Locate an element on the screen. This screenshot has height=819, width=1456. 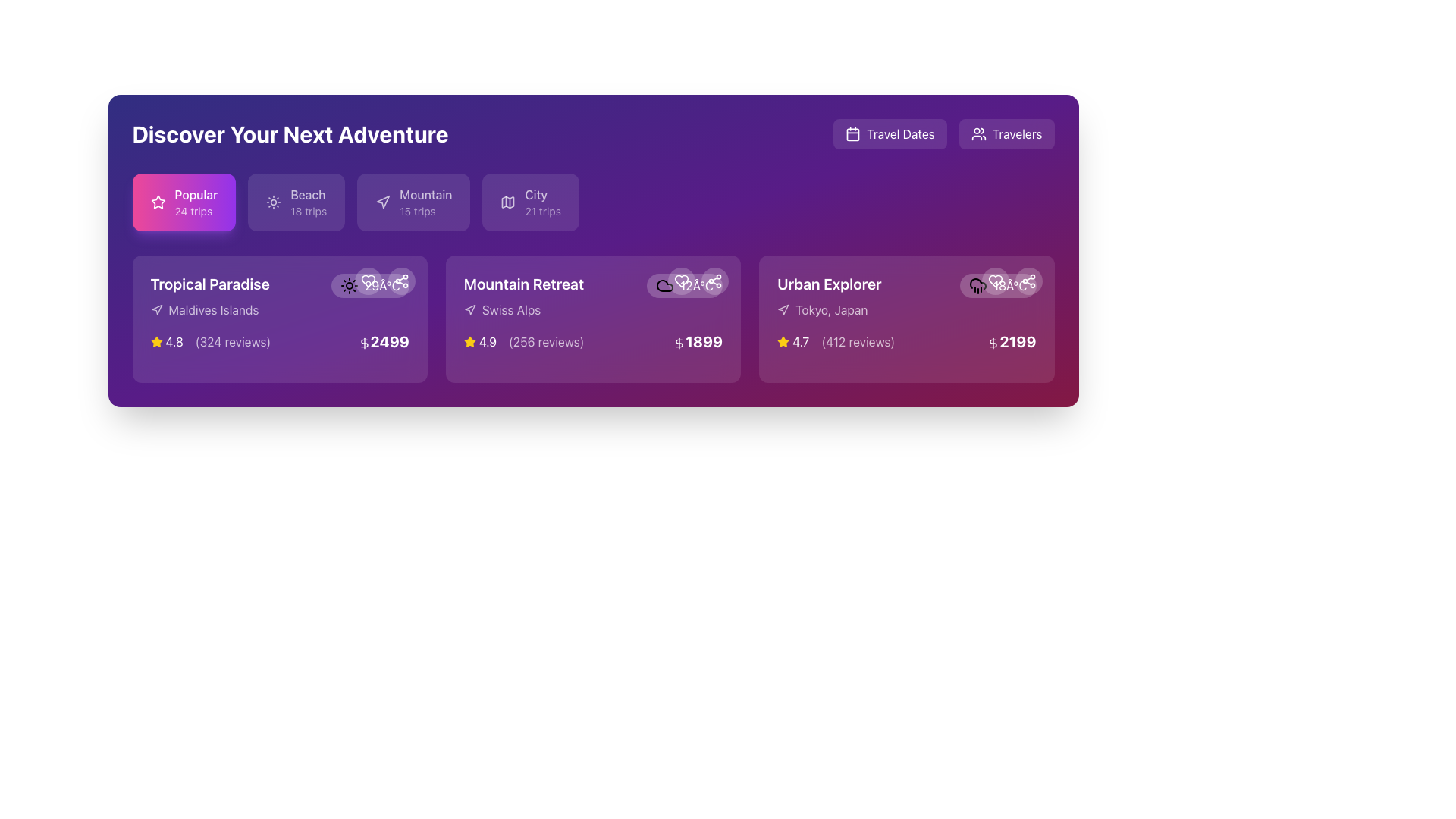
the 'Beach' category button, which displays 'Beach' and '18 trips' with white text on a purple background, located between 'Popular' and 'Mountain' is located at coordinates (308, 201).